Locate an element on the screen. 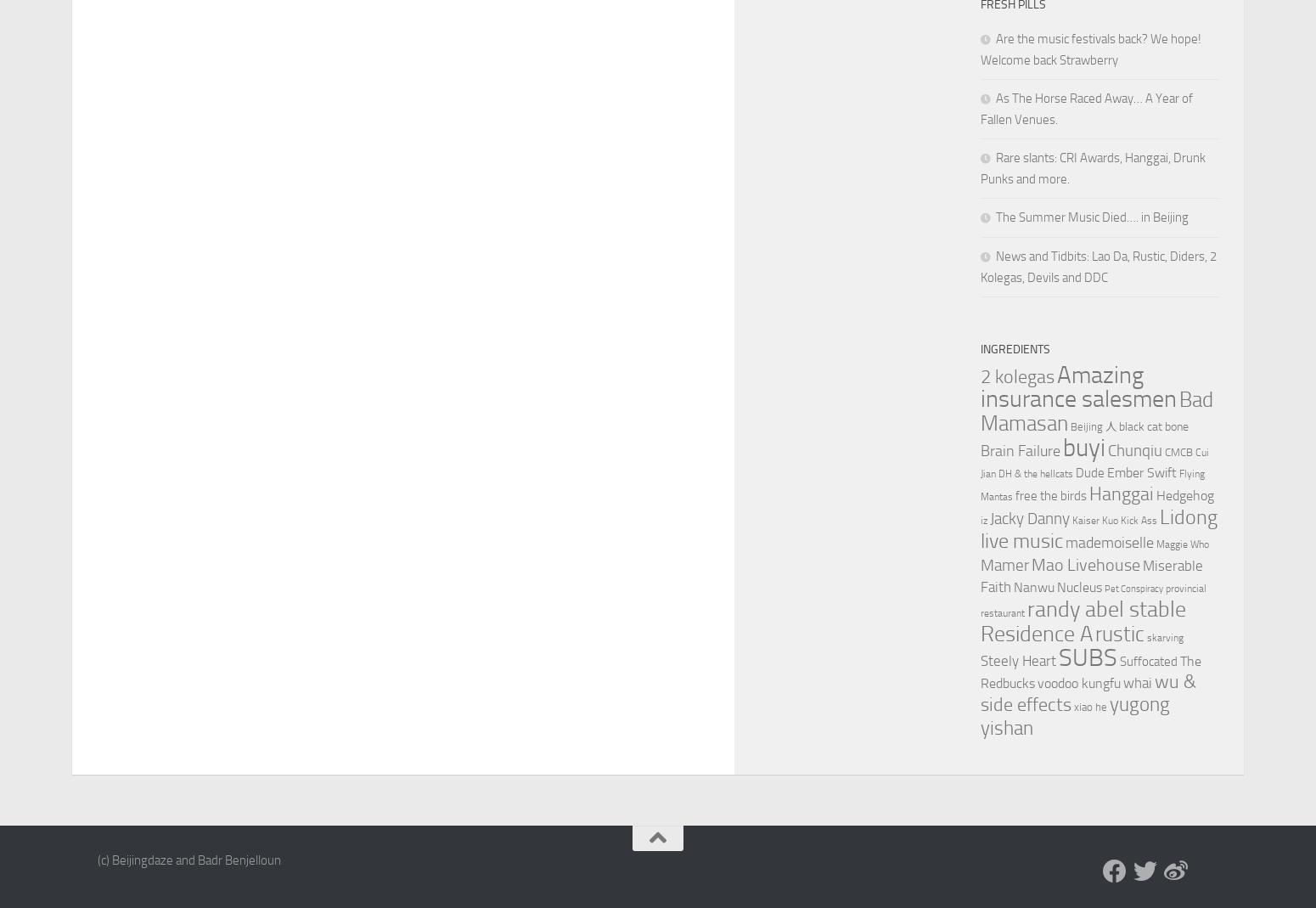 The width and height of the screenshot is (1316, 908). 'As The Horse Raced Away… A Year of Fallen Venues.' is located at coordinates (1085, 109).